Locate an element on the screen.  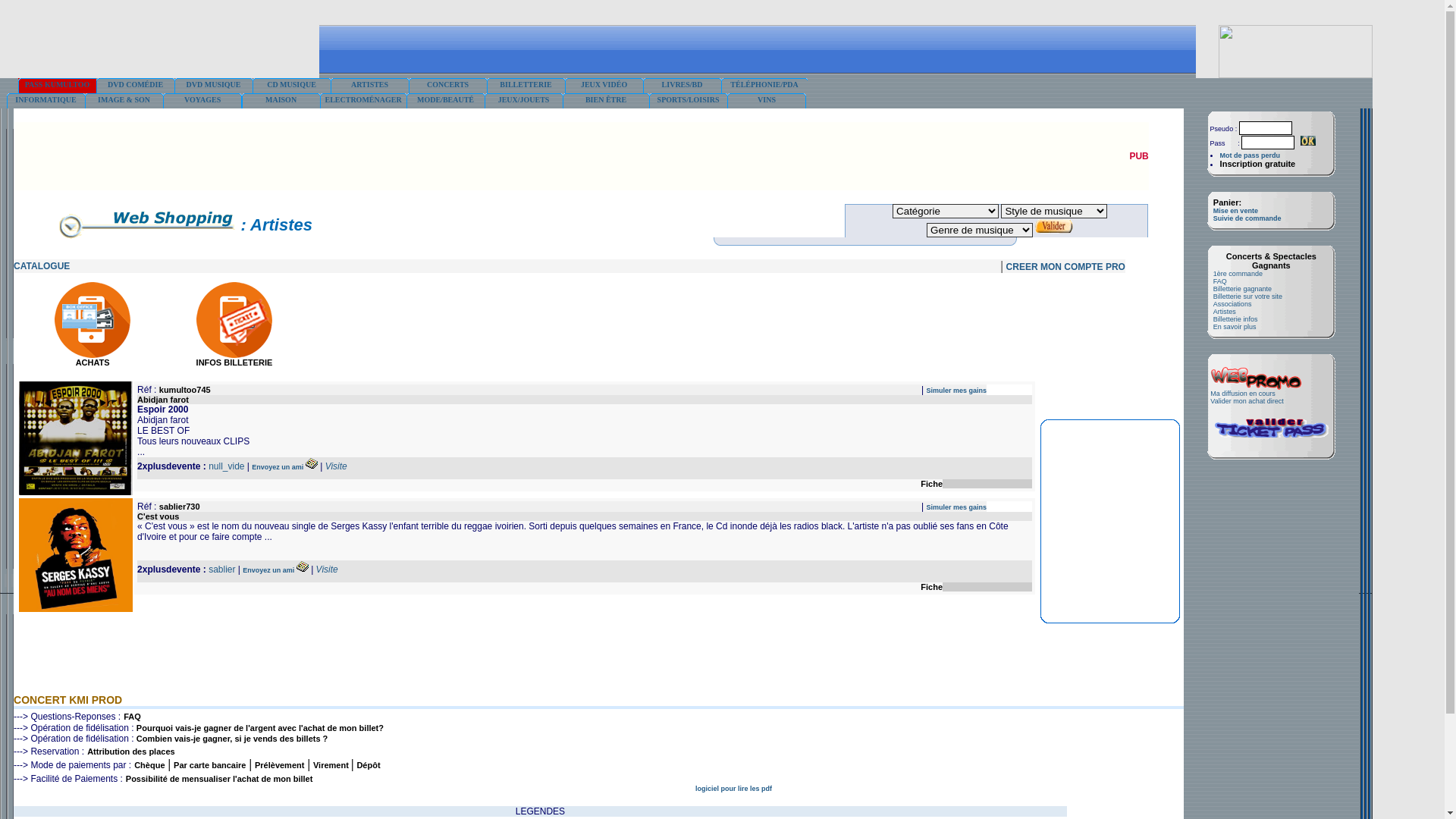
'Virement' is located at coordinates (331, 765).